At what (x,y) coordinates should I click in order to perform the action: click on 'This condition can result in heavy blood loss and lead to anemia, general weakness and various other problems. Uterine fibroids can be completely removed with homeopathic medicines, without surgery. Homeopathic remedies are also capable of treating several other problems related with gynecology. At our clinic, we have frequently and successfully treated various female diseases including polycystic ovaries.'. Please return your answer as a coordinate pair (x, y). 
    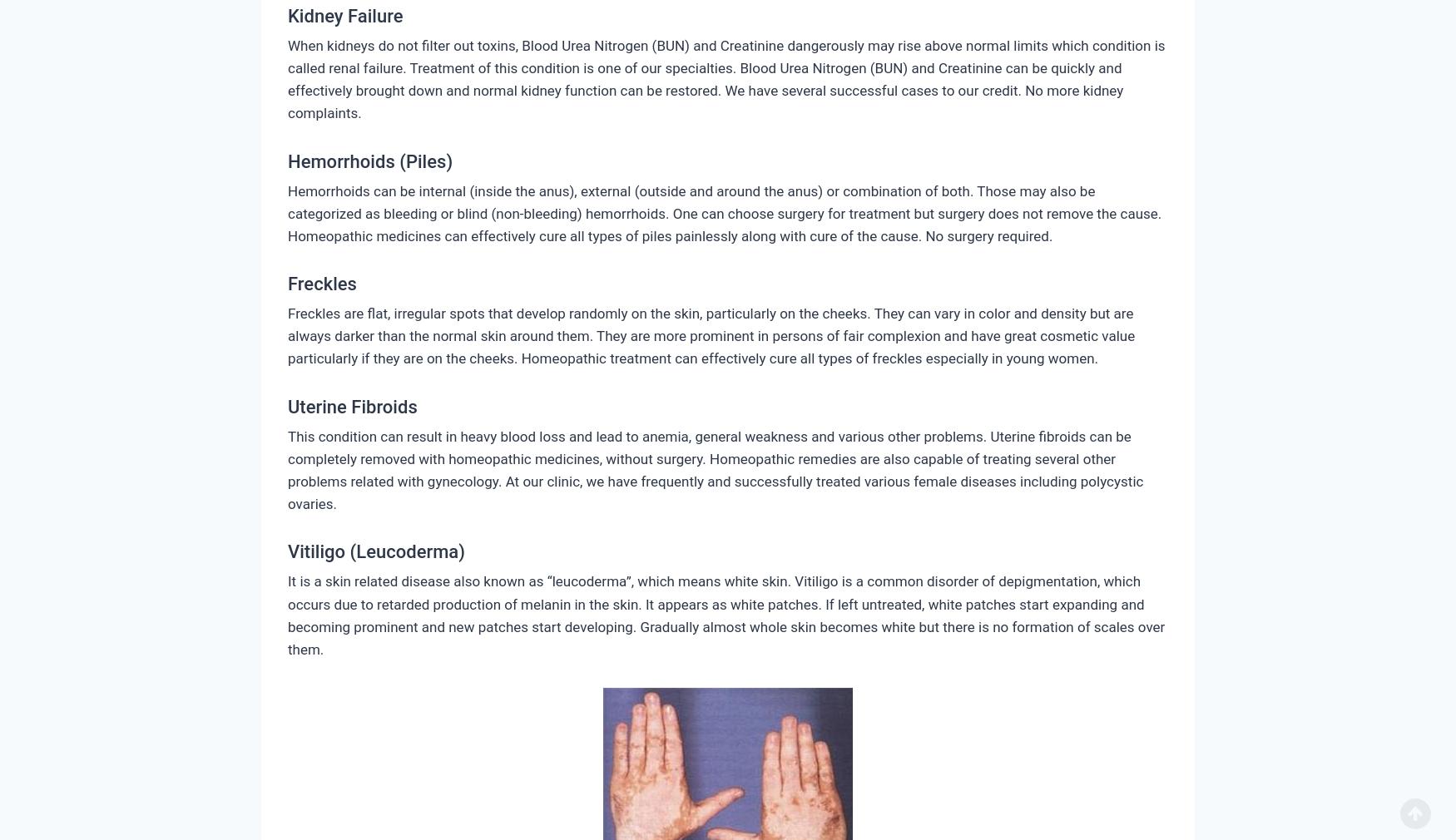
    Looking at the image, I should click on (715, 468).